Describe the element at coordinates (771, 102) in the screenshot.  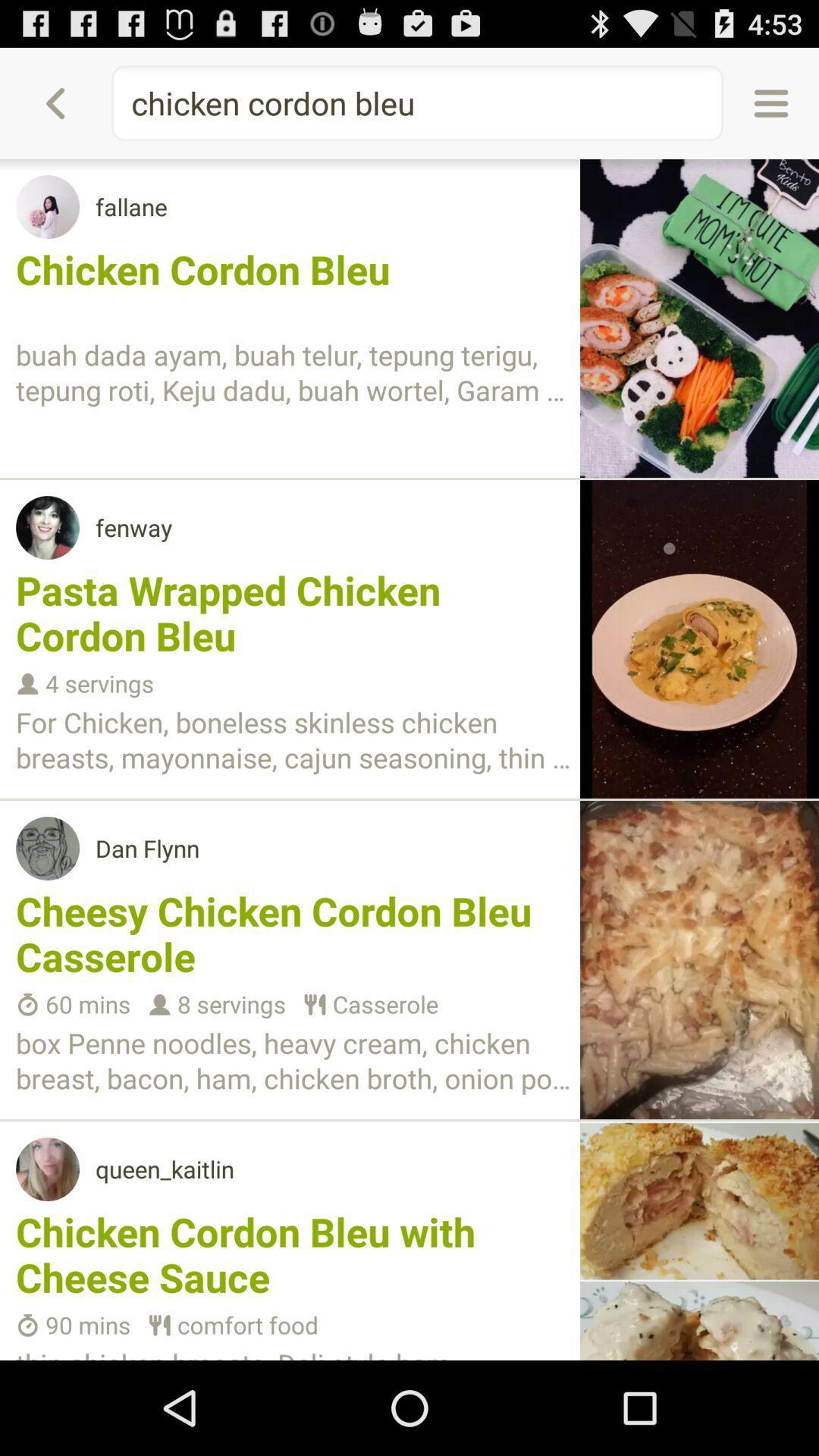
I see `the icon to the right of chicken cordon bleu icon` at that location.